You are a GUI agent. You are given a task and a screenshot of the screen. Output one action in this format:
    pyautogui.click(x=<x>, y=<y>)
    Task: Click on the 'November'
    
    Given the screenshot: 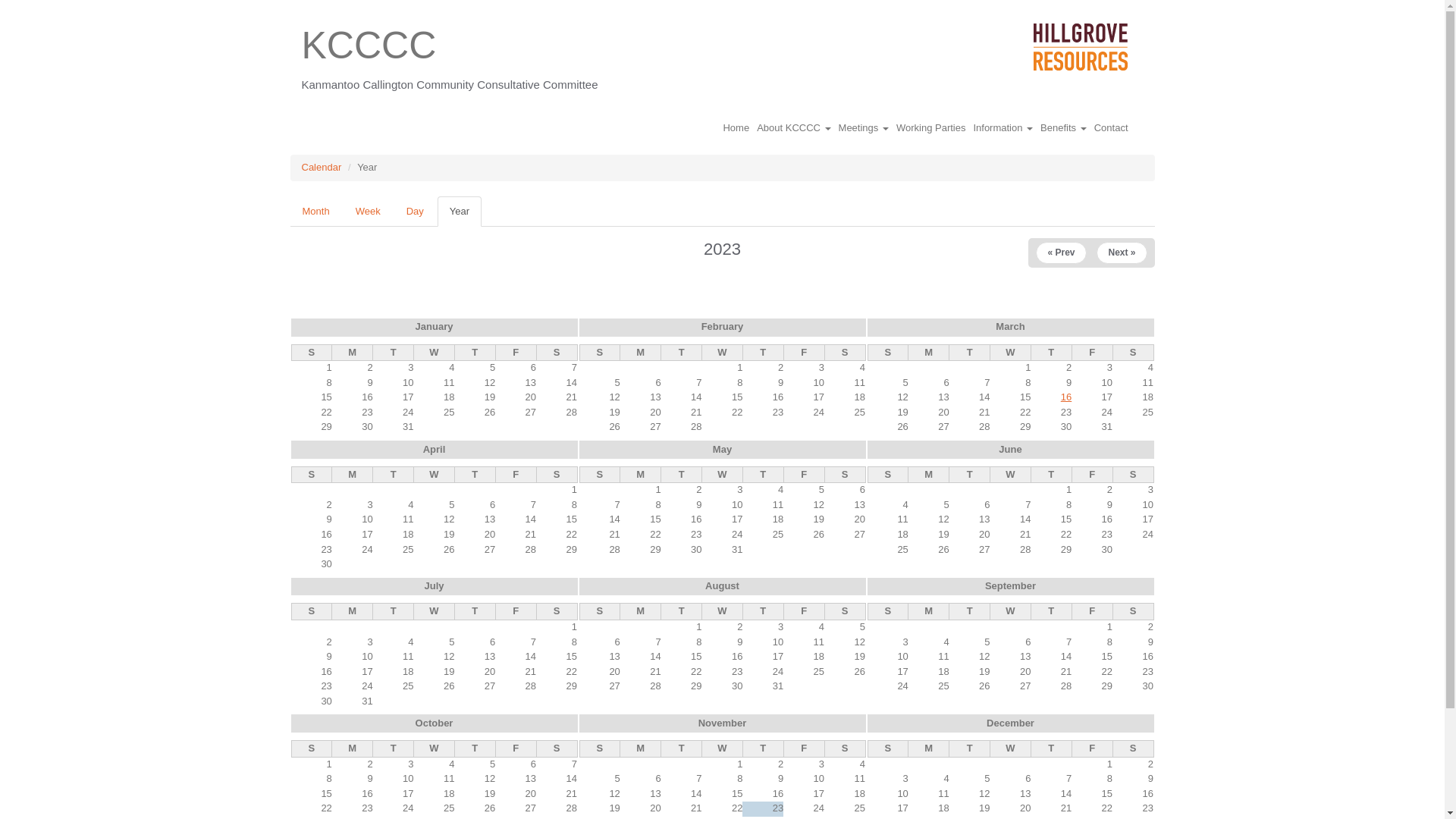 What is the action you would take?
    pyautogui.click(x=722, y=722)
    